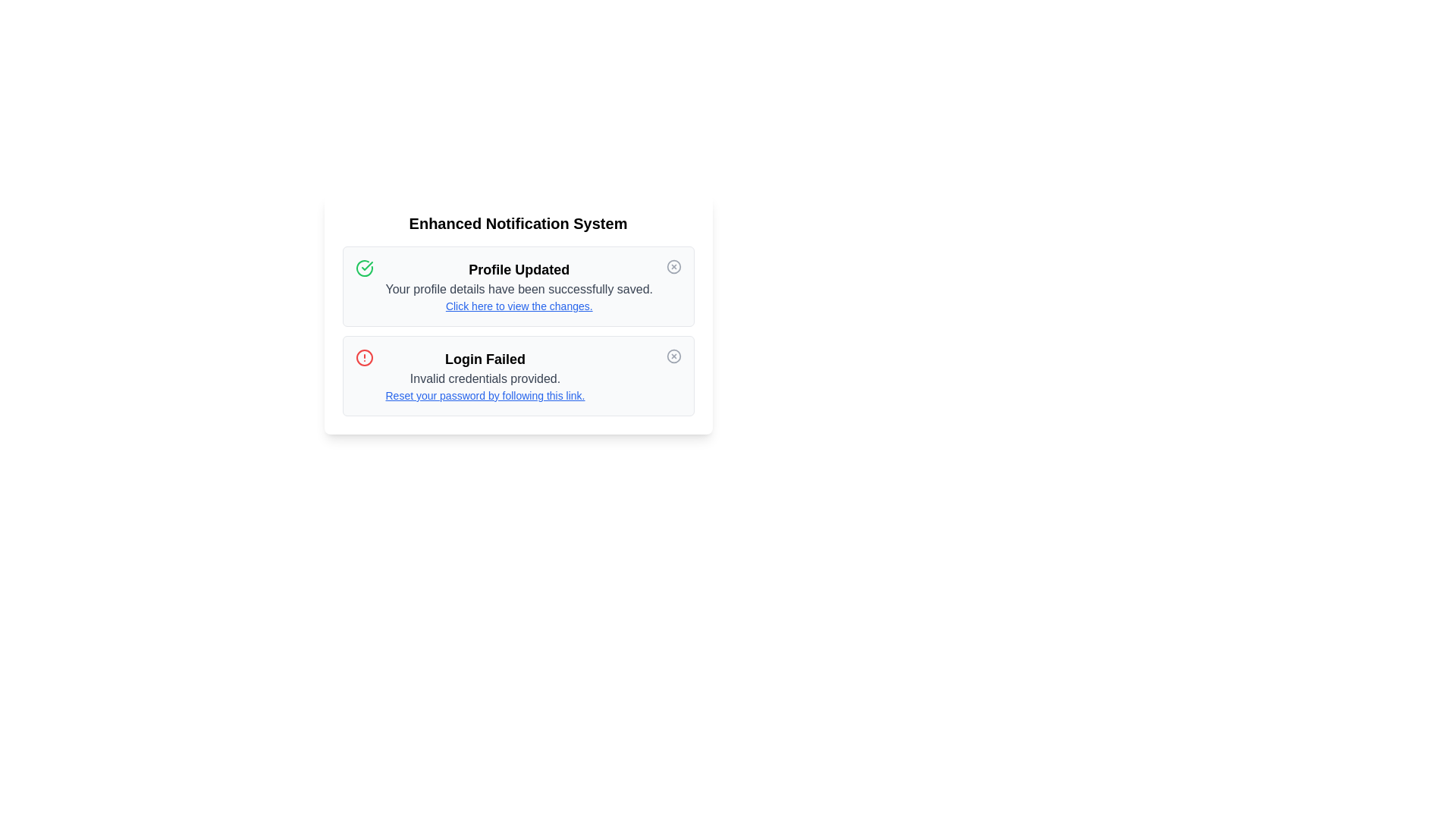 This screenshot has height=819, width=1456. Describe the element at coordinates (364, 268) in the screenshot. I see `the icon representing the alert severity` at that location.